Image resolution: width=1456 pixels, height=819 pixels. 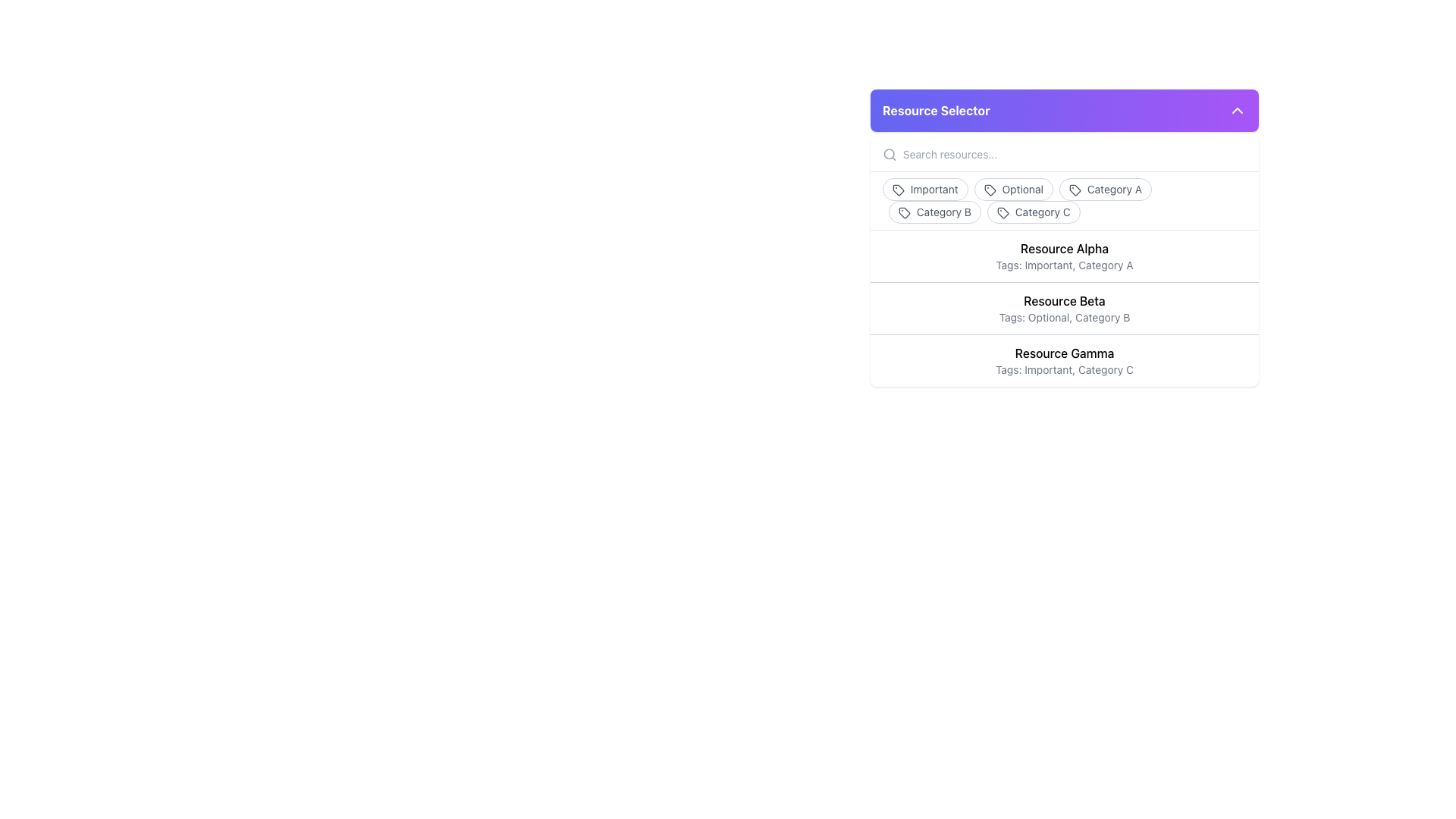 What do you see at coordinates (1063, 307) in the screenshot?
I see `the list item displaying 'Resource Beta'` at bounding box center [1063, 307].